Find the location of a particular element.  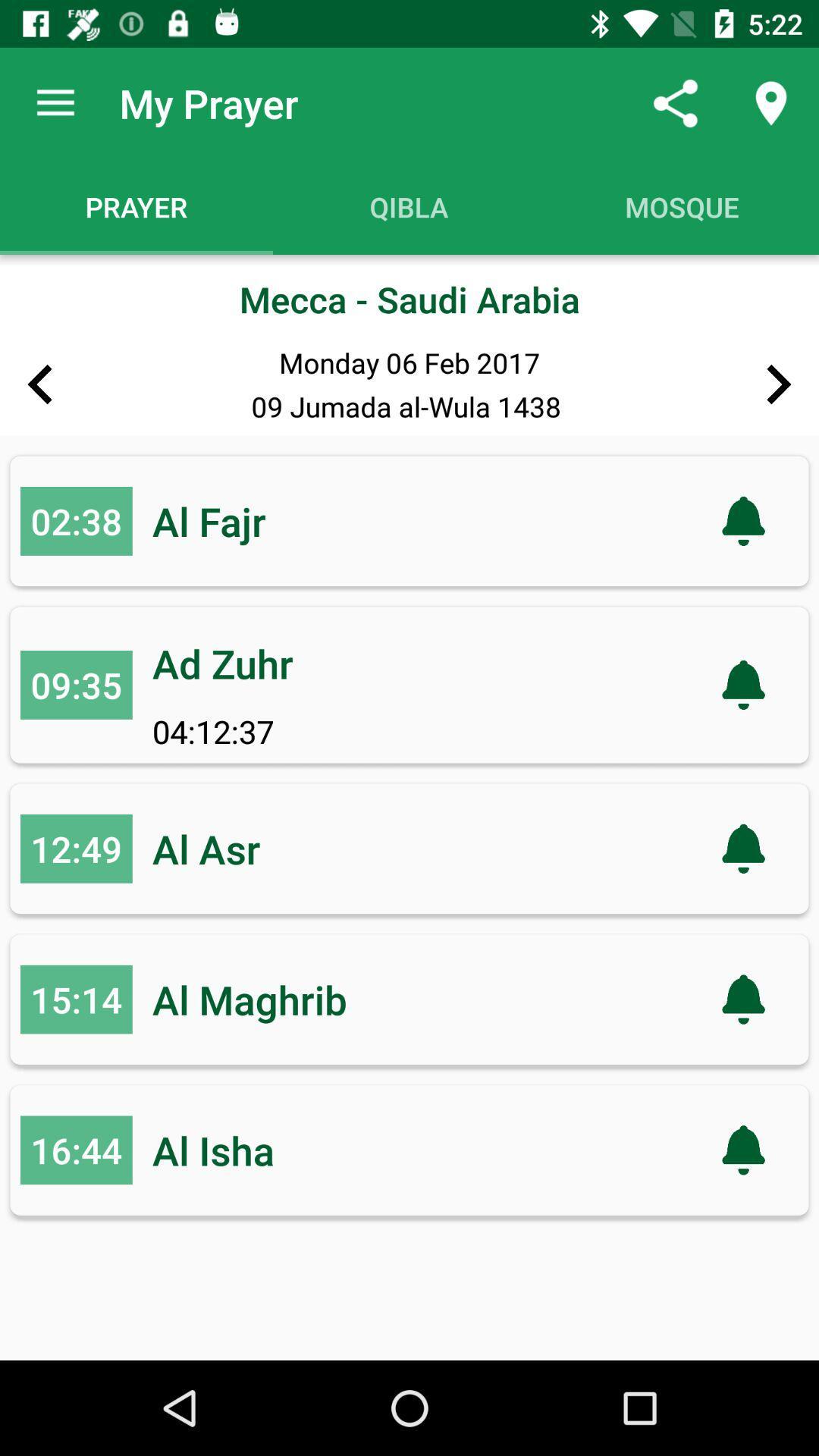

the item above 09:35 item is located at coordinates (76, 521).